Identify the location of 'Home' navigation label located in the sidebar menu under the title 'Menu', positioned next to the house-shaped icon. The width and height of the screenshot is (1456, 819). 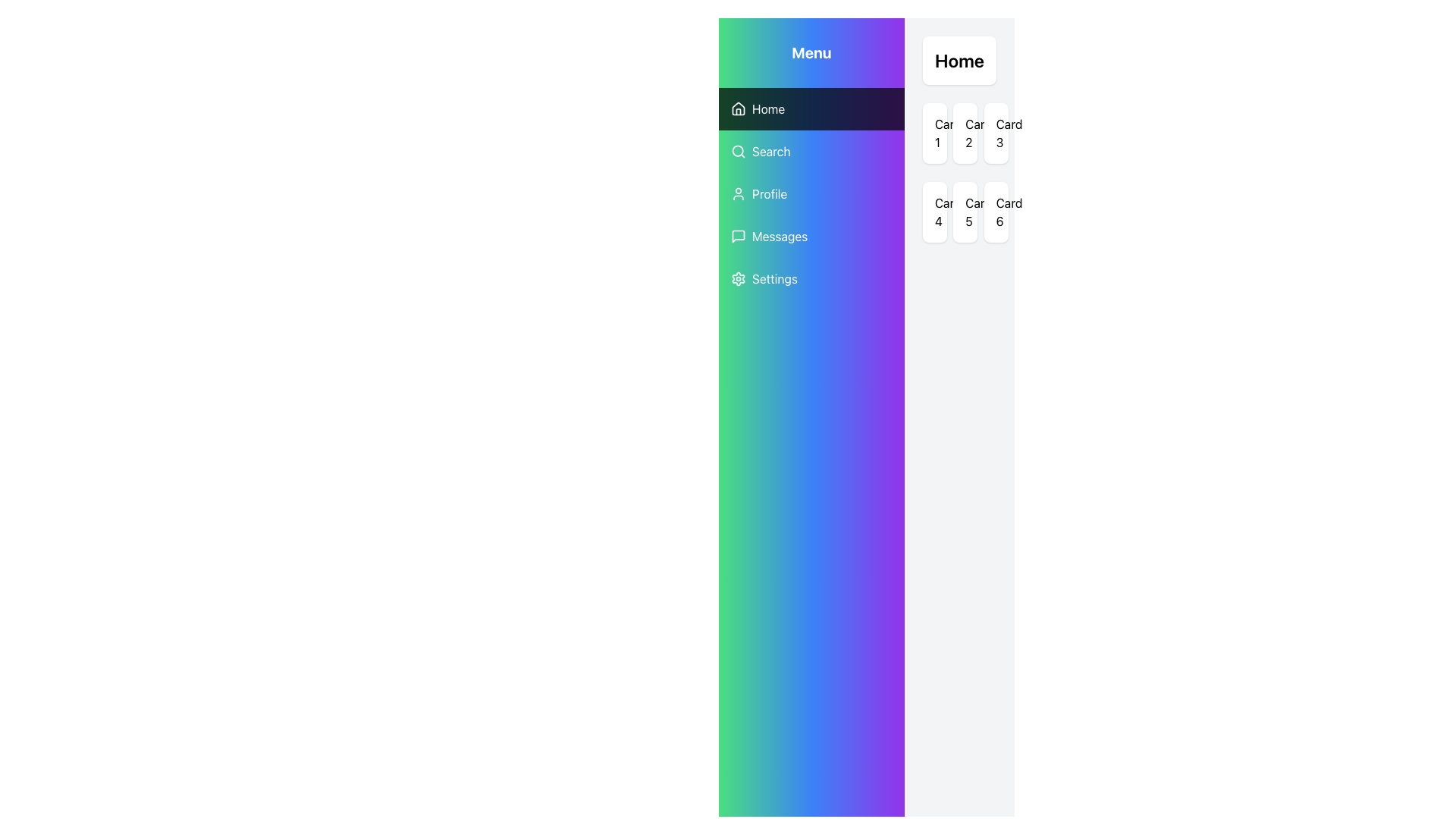
(768, 108).